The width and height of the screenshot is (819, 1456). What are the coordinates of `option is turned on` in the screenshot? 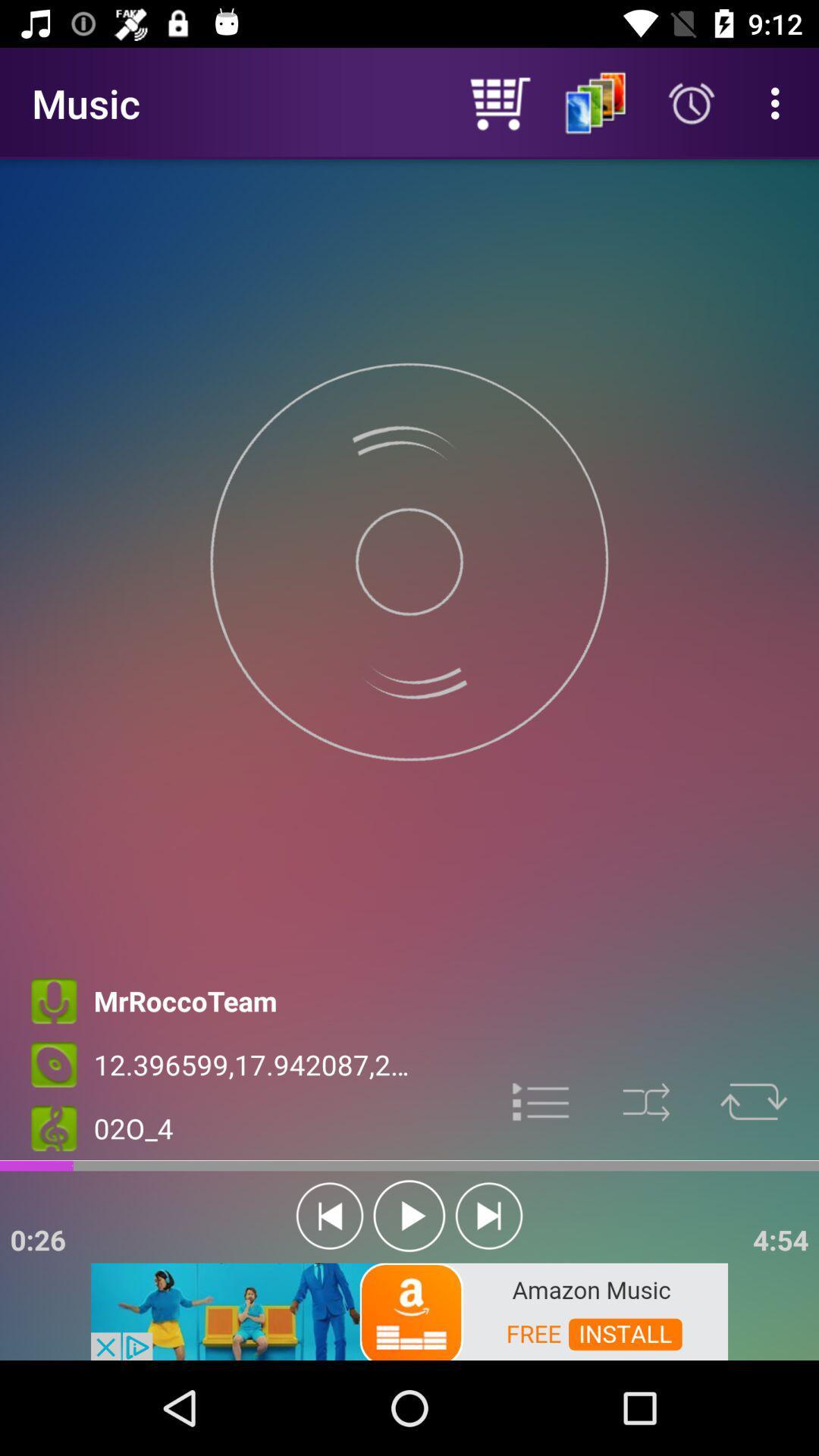 It's located at (409, 1216).